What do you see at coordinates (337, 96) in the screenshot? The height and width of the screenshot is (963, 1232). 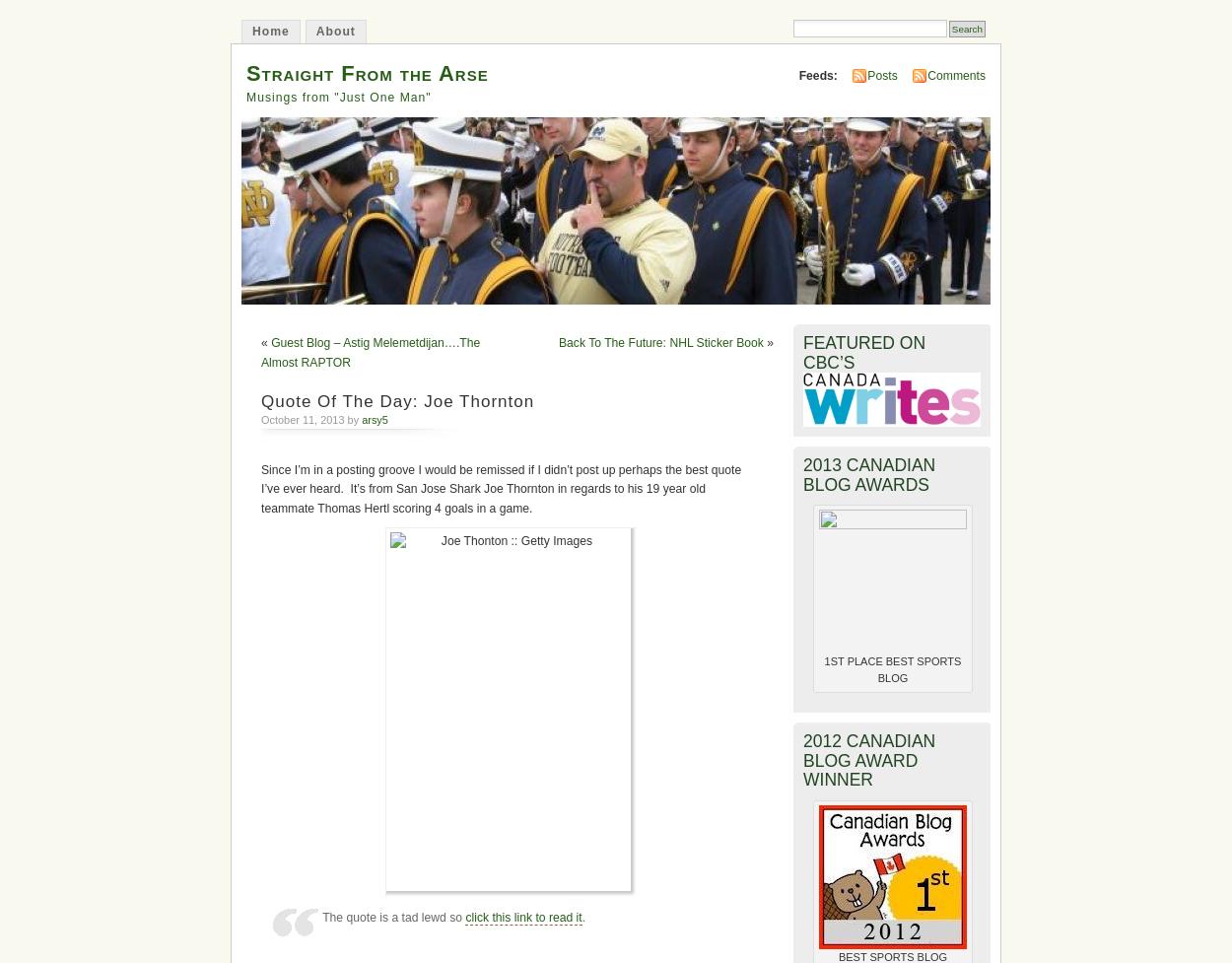 I see `'Musings from "Just One Man"'` at bounding box center [337, 96].